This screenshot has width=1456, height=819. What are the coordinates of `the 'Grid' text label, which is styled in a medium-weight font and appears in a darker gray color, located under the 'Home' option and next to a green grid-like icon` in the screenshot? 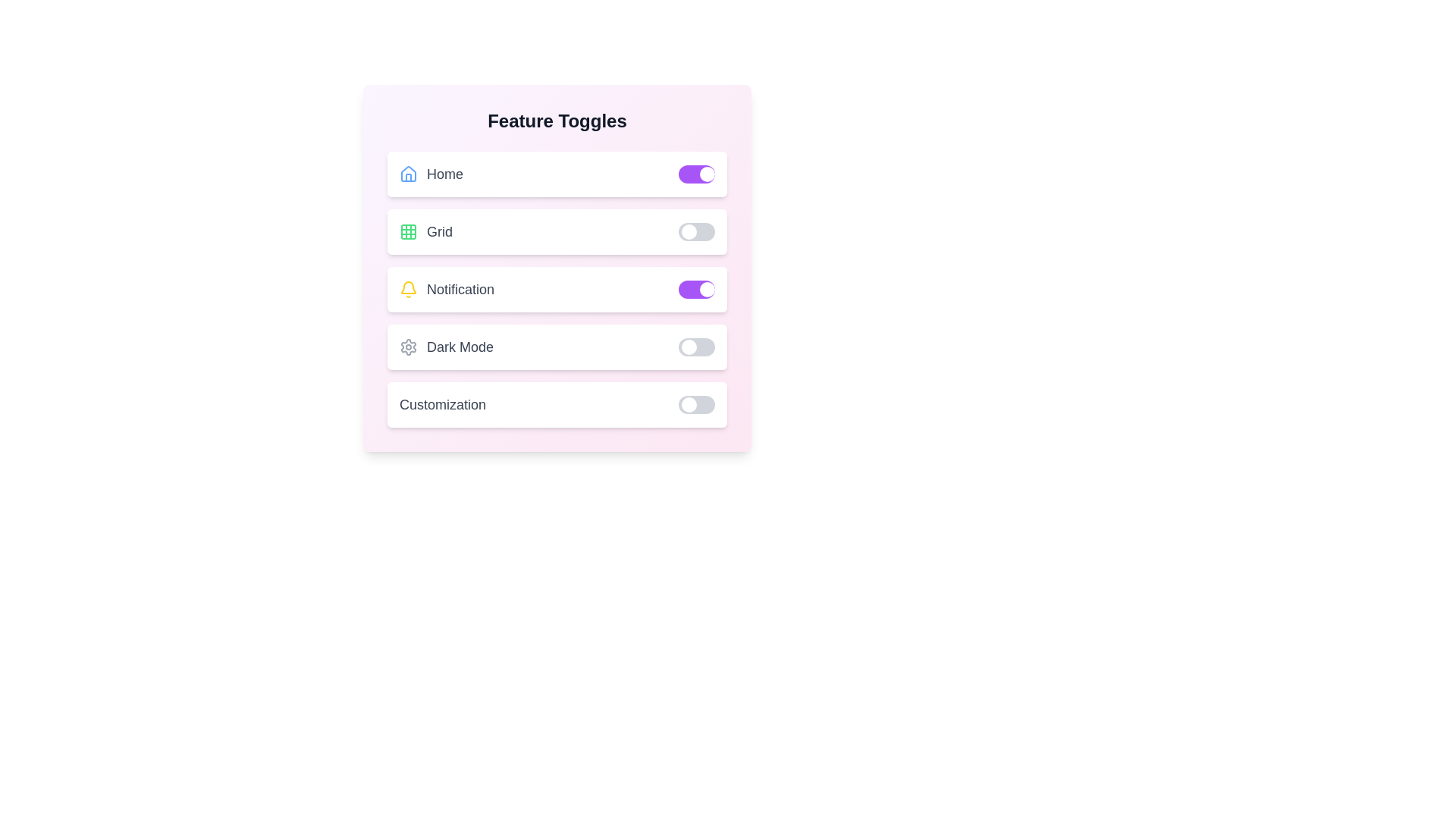 It's located at (439, 231).